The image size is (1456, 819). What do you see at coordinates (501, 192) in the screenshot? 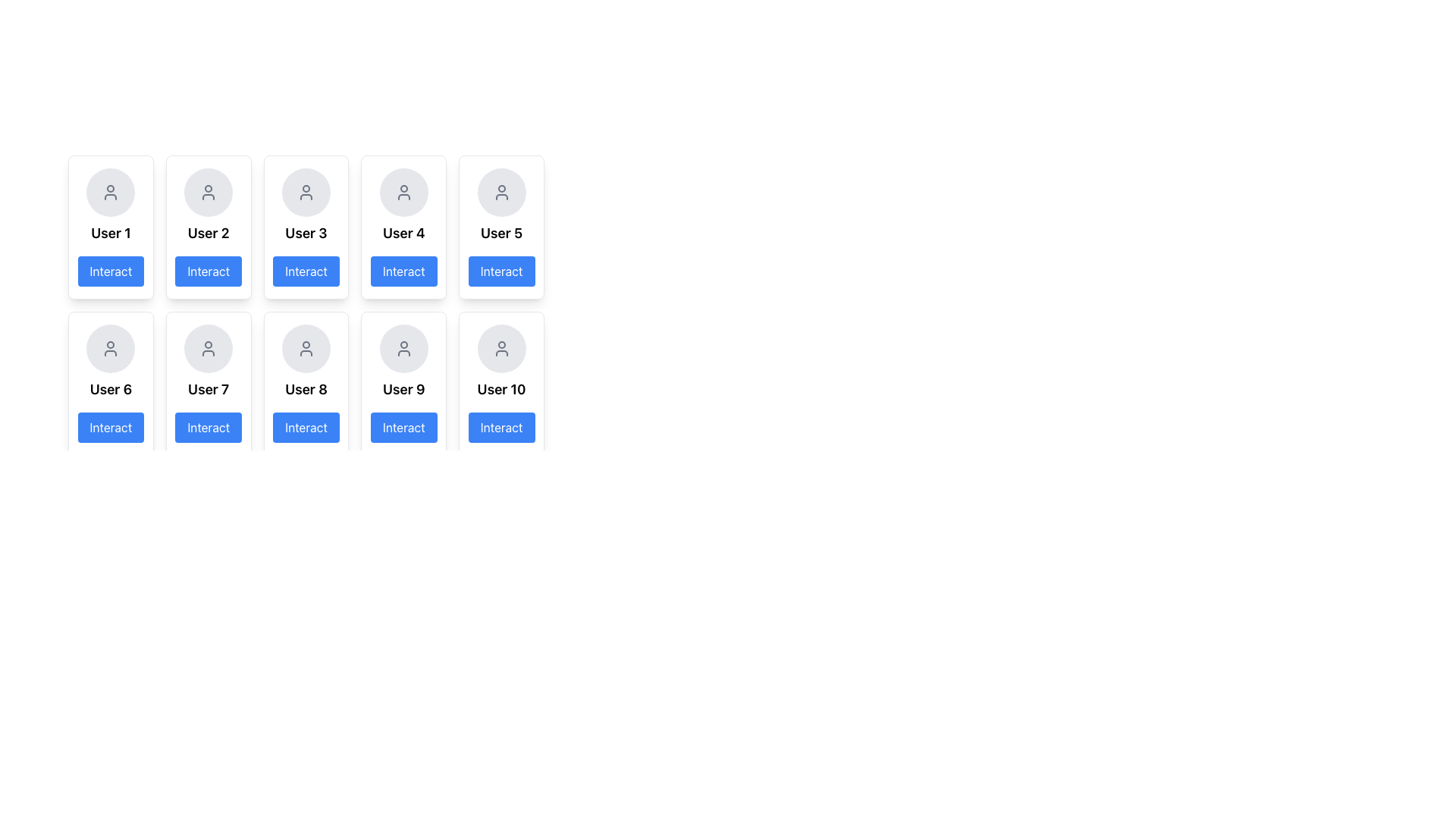
I see `the user avatar icon, which is a gray circular silhouette of a head and shoulders located in the fifth card of the top row of a grid of user profiles` at bounding box center [501, 192].